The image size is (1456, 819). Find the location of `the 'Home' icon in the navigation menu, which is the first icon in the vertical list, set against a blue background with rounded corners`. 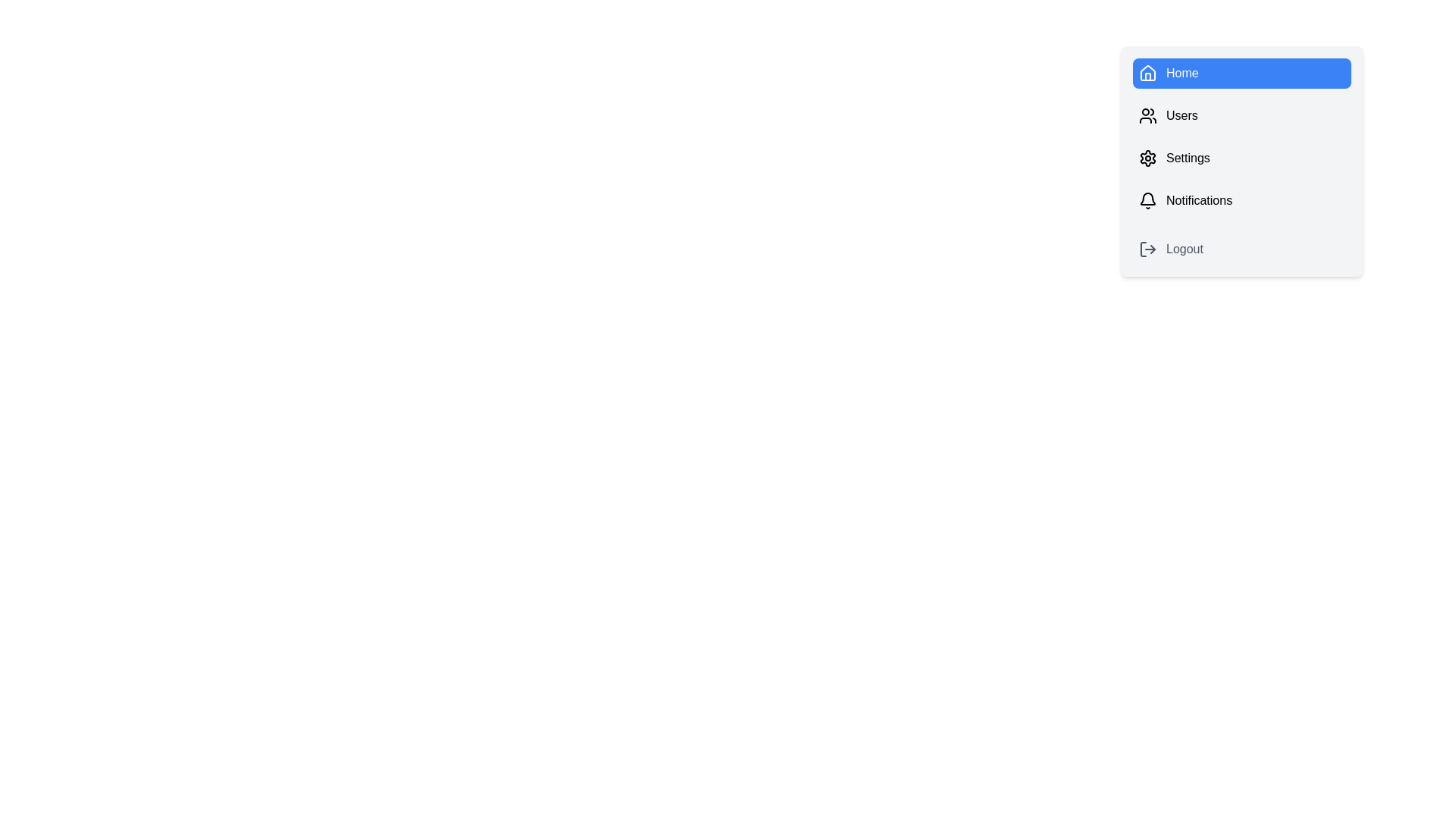

the 'Home' icon in the navigation menu, which is the first icon in the vertical list, set against a blue background with rounded corners is located at coordinates (1147, 73).